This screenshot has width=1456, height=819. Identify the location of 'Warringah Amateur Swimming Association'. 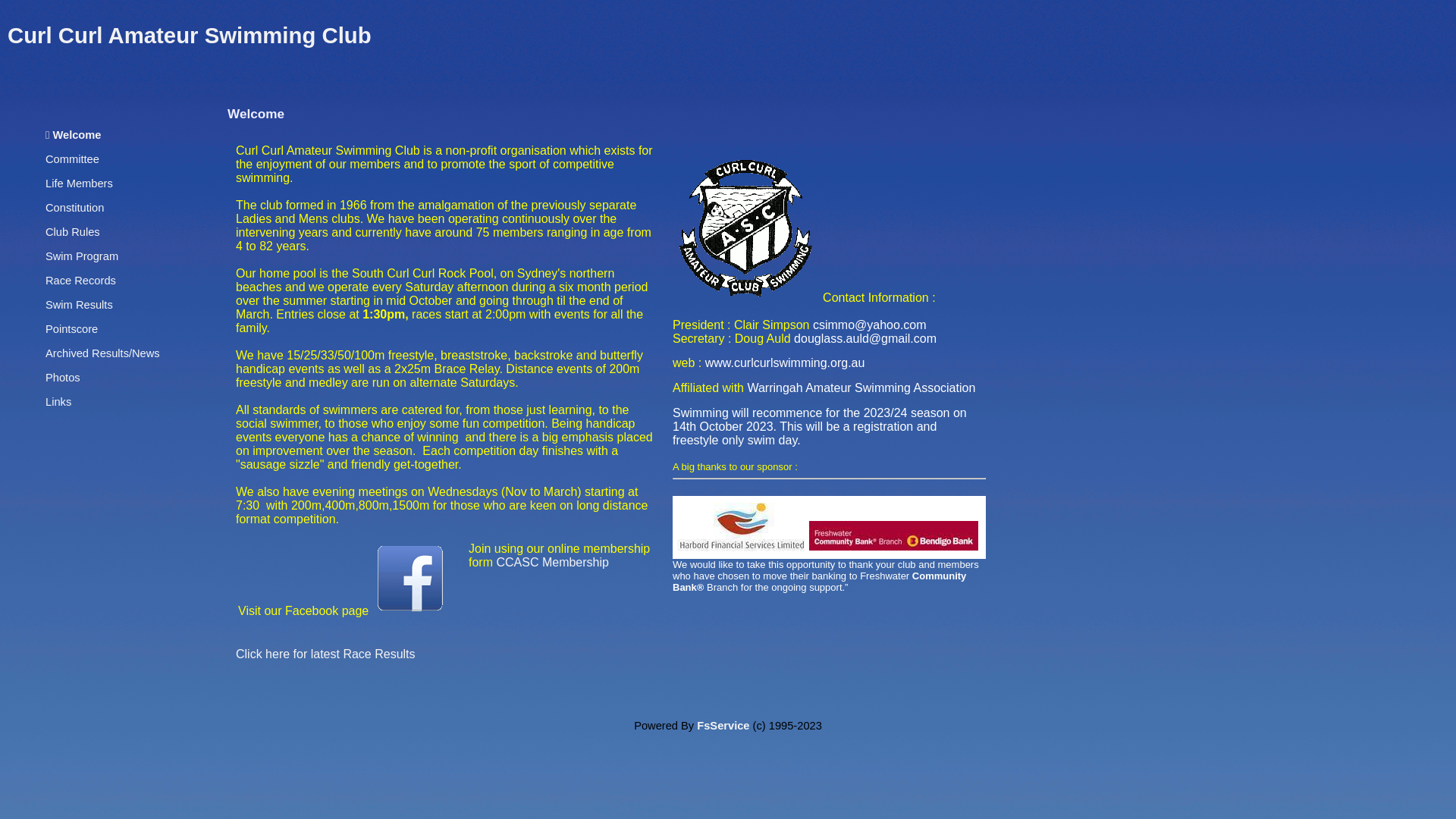
(861, 387).